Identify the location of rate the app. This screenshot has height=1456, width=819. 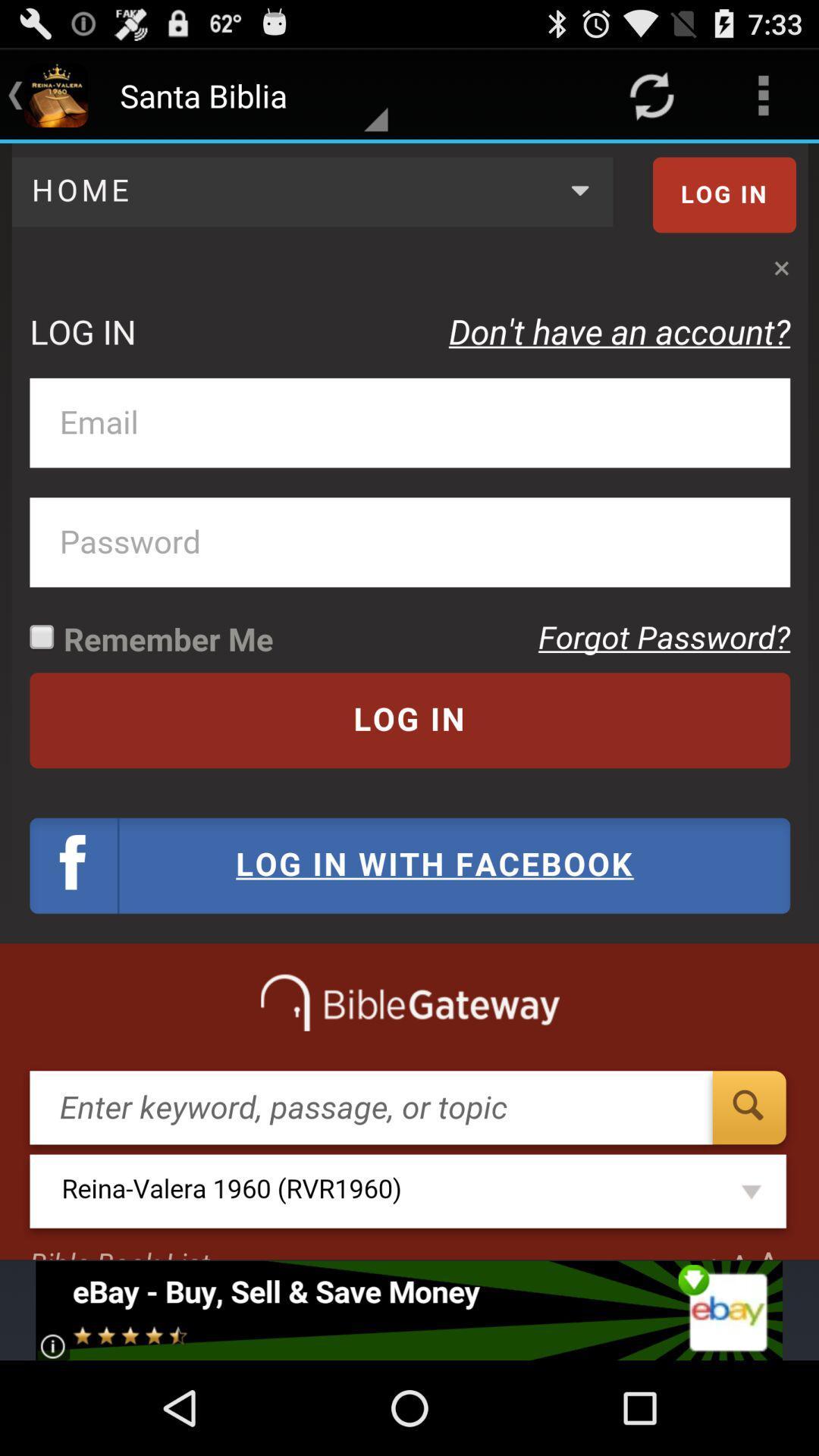
(408, 1310).